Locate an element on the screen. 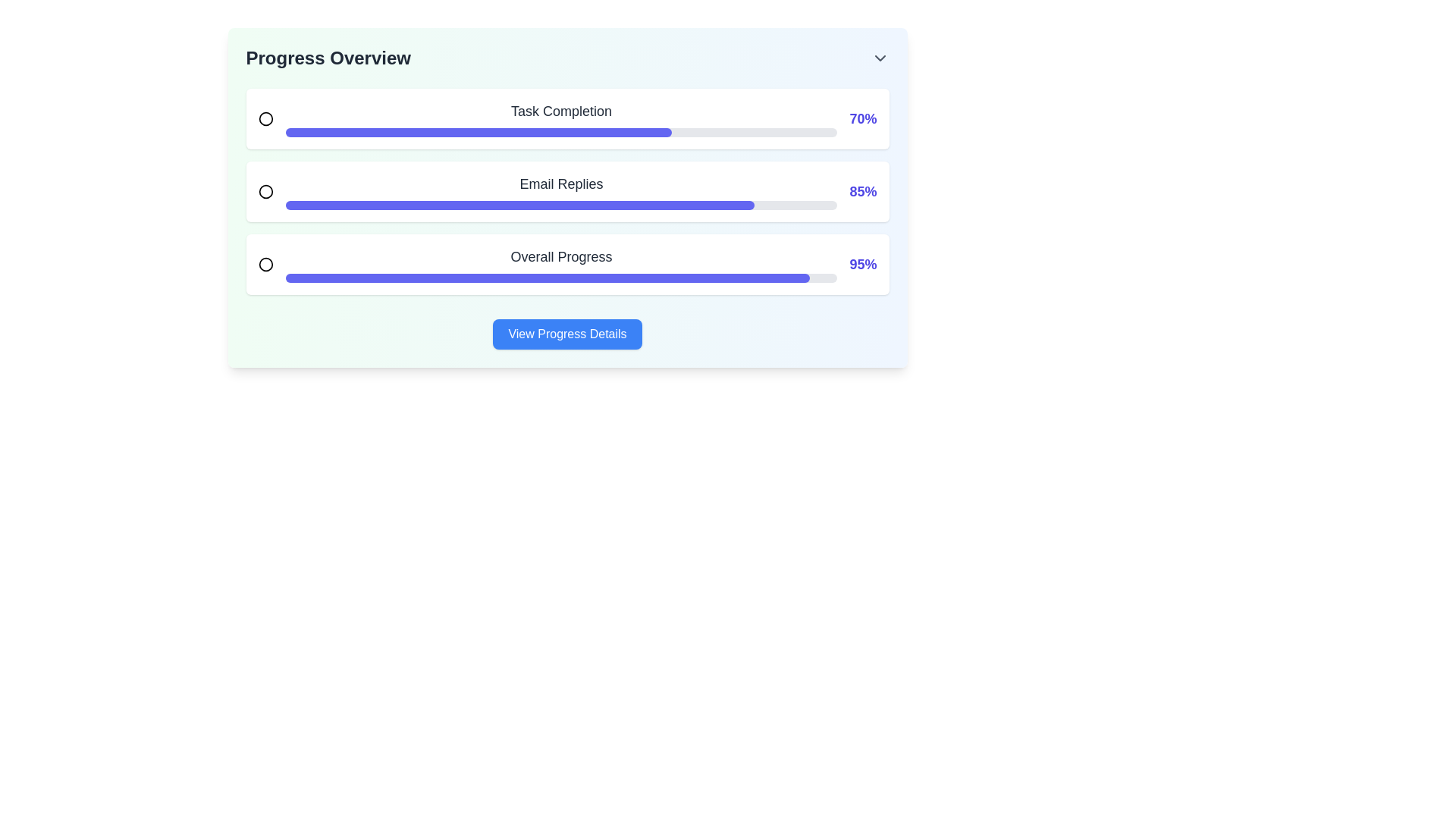  the downward-facing chevron icon button located to the right of the 'Progress Overview' header is located at coordinates (880, 58).